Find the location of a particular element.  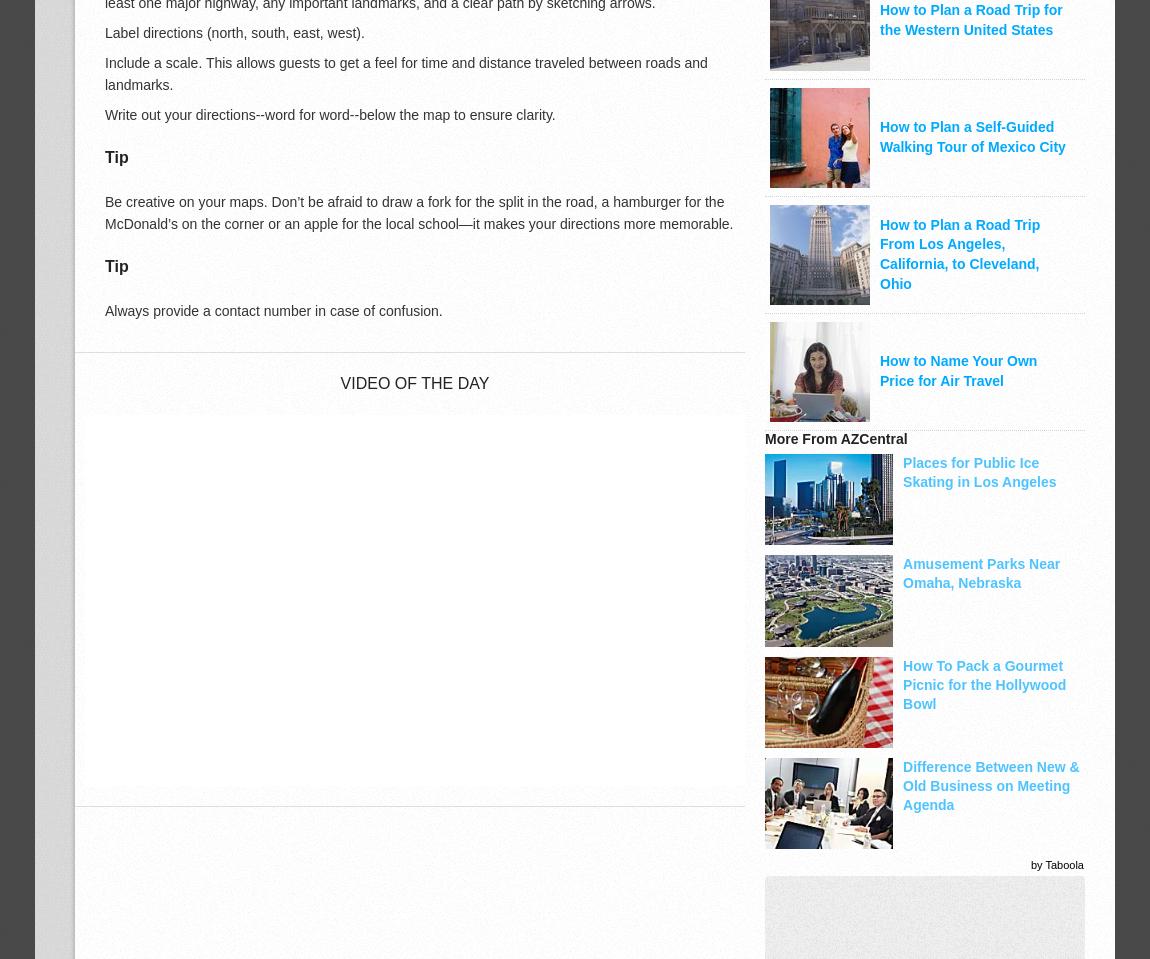

'How to Plan a Road Trip From Los Angeles, California, to Cleveland, Ohio' is located at coordinates (960, 253).